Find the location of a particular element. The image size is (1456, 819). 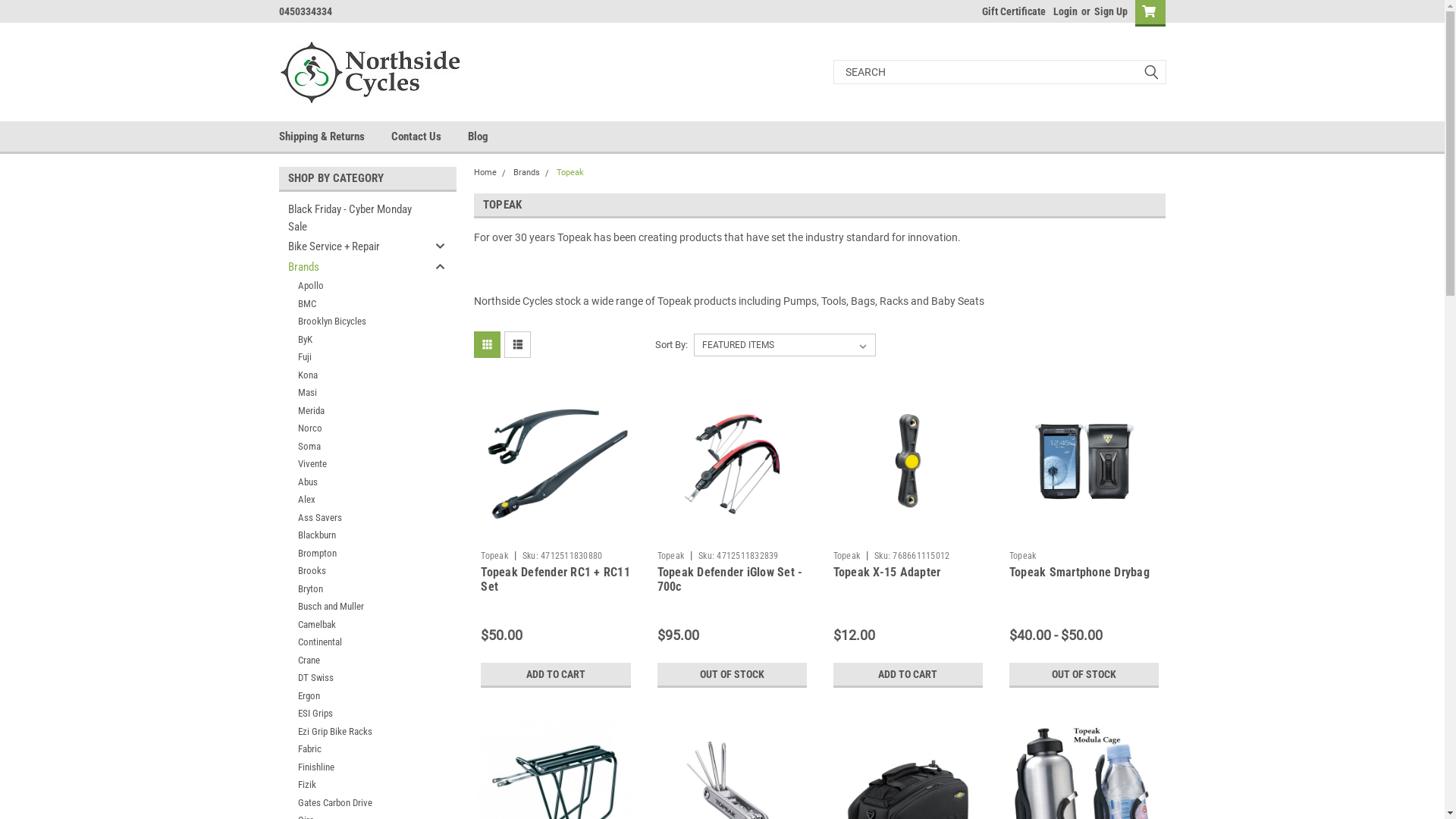

'ADD TO CART' is located at coordinates (908, 674).